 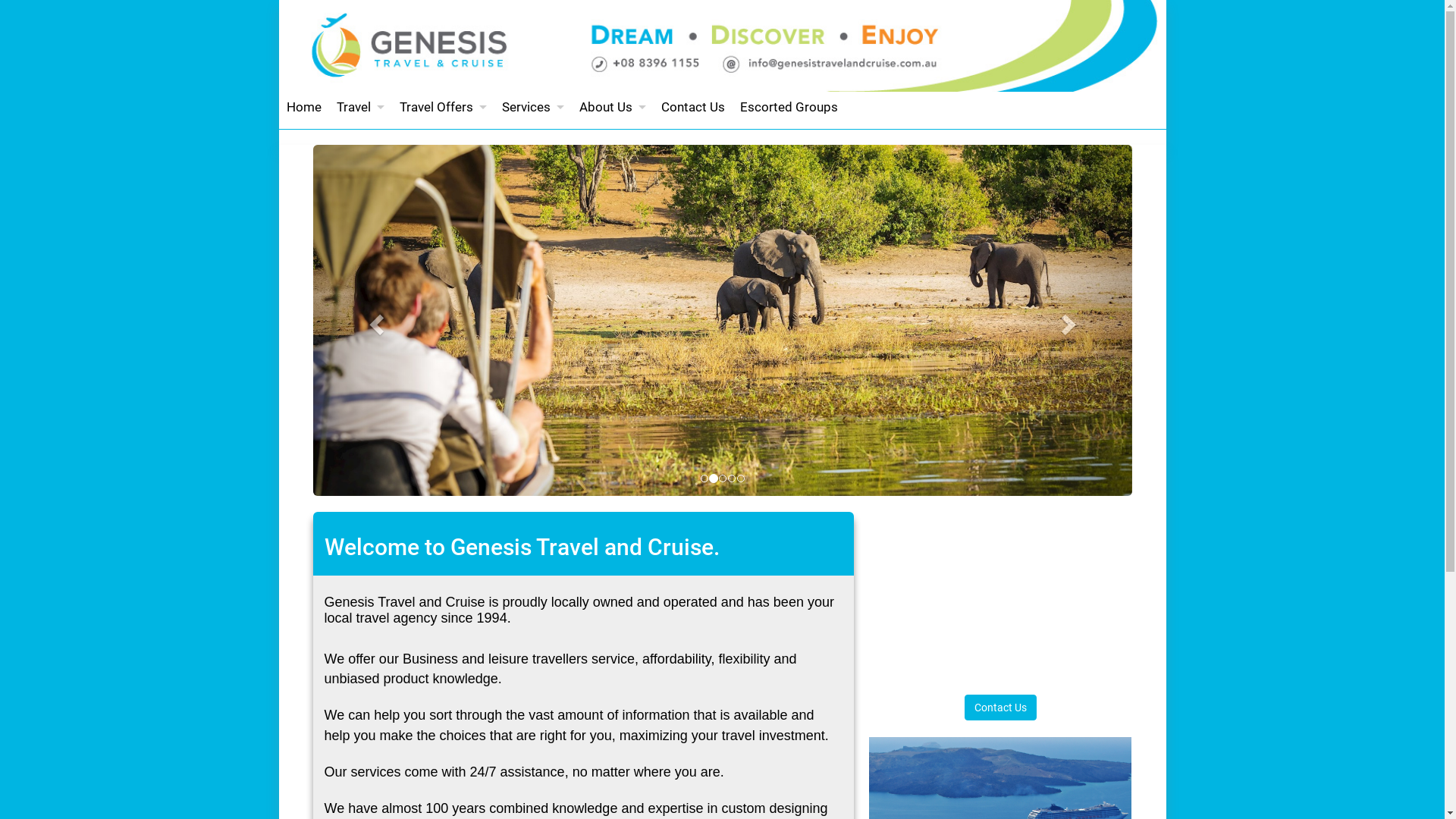 I want to click on 'Previous', so click(x=374, y=319).